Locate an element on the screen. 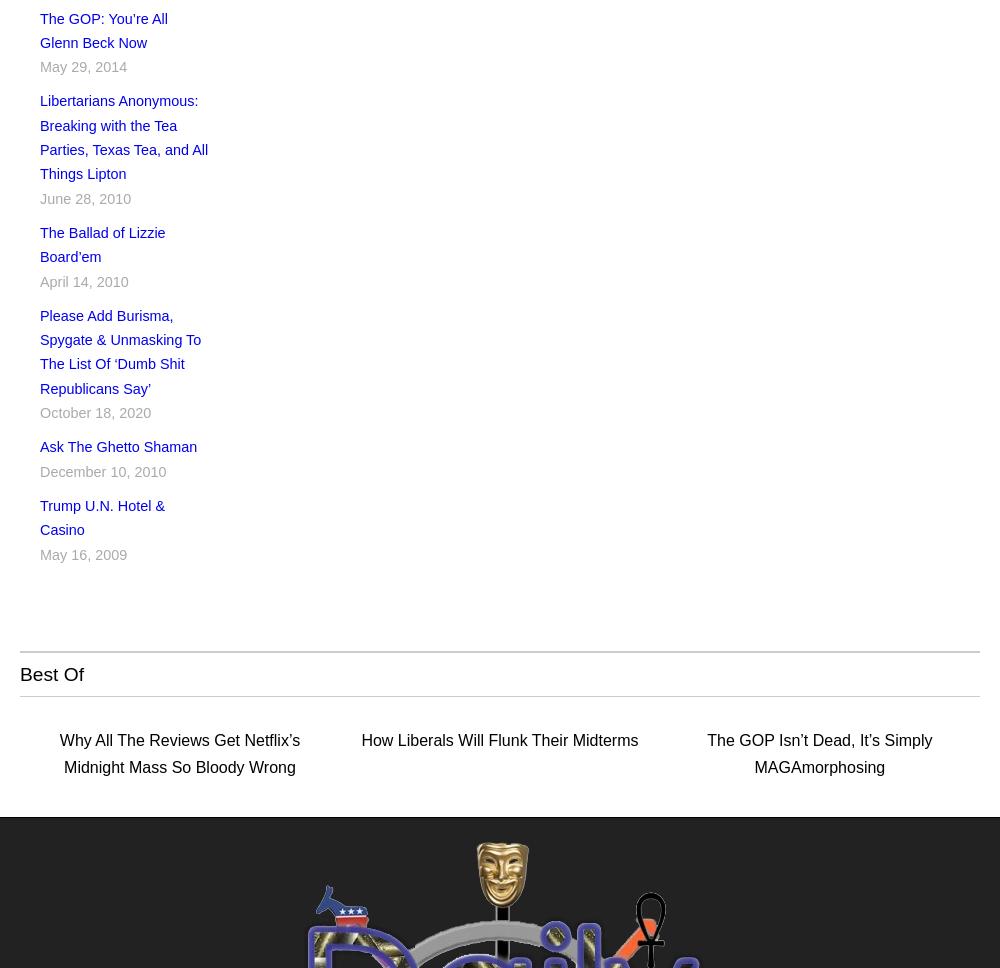 This screenshot has height=968, width=1000. 'The GOP Isn’t Dead, It’s Simply MAGAmorphosing' is located at coordinates (706, 753).